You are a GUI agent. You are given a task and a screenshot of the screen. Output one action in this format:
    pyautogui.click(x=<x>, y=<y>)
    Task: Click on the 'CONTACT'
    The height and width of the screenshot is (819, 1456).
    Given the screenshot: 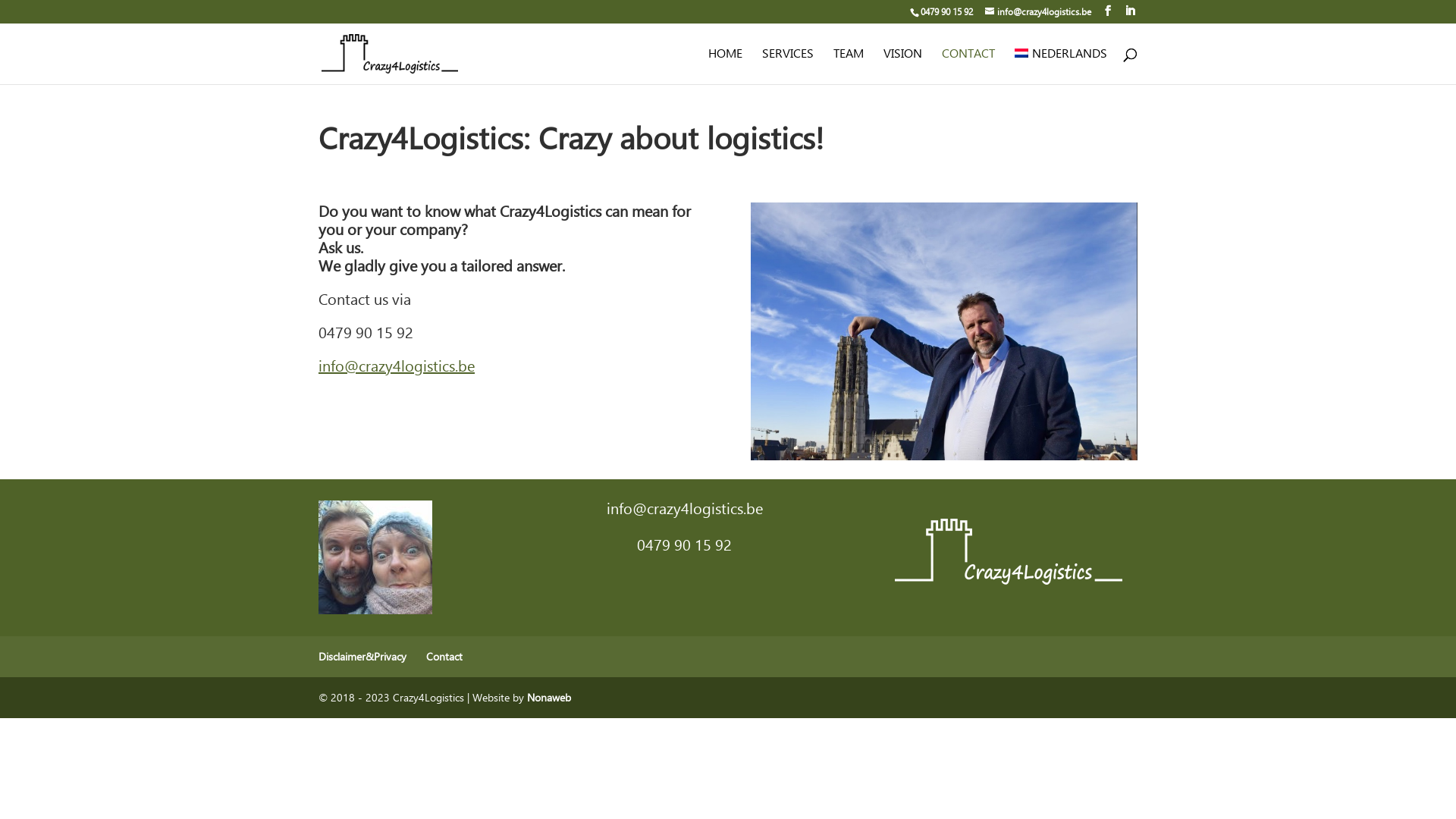 What is the action you would take?
    pyautogui.click(x=967, y=65)
    